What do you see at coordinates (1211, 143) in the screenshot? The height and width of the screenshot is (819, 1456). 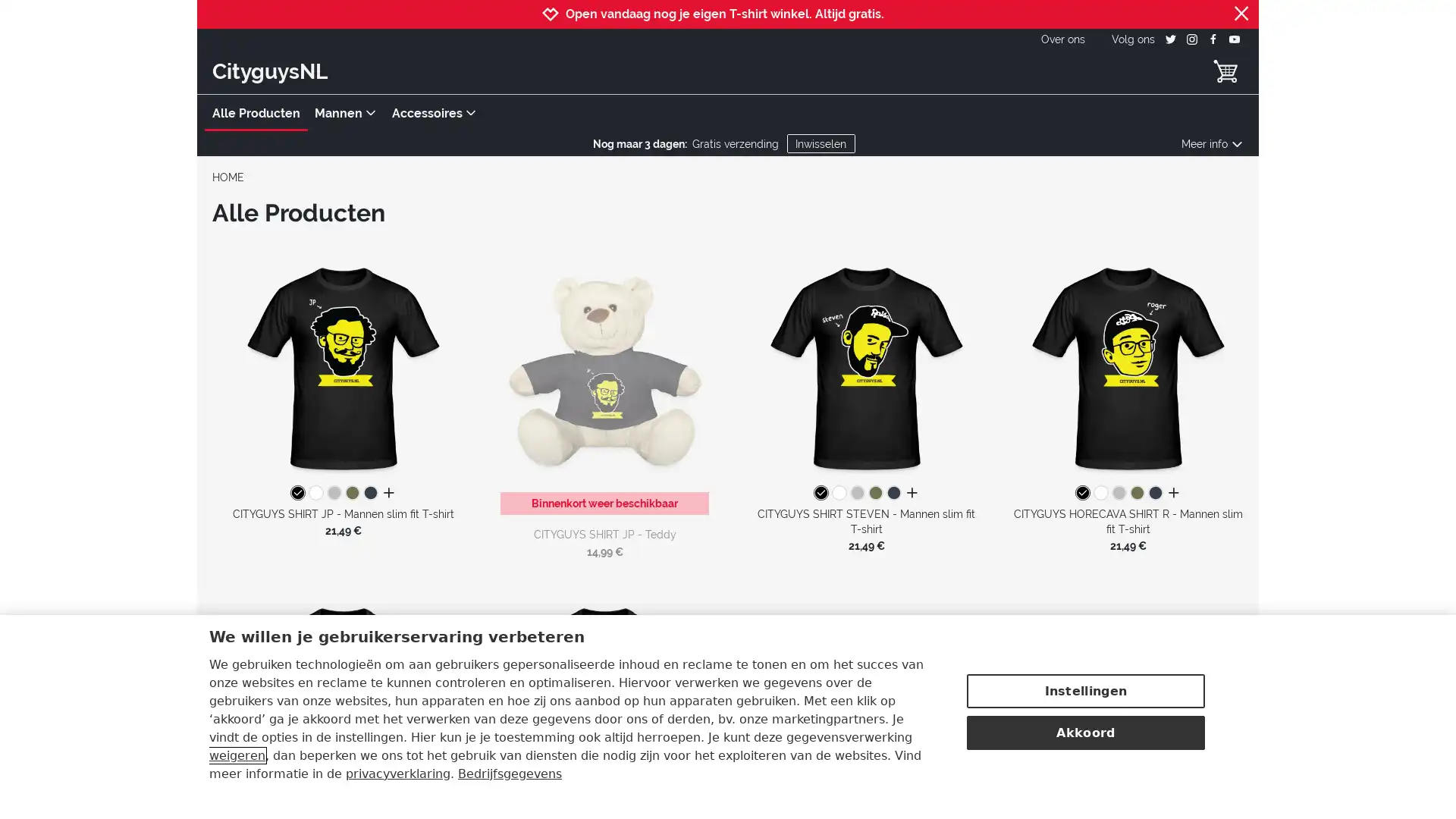 I see `Meer info` at bounding box center [1211, 143].